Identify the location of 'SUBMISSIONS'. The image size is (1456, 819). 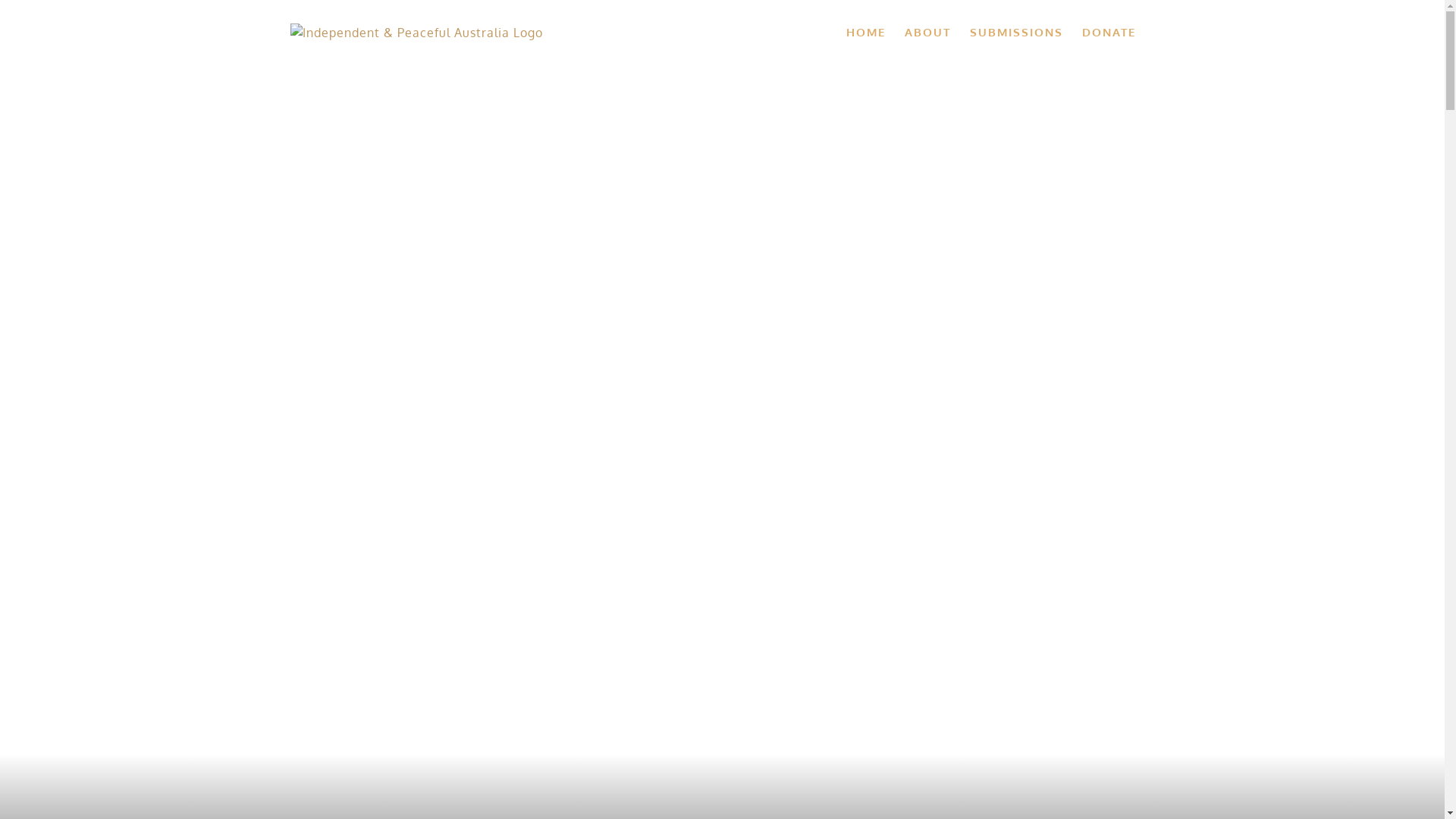
(1015, 32).